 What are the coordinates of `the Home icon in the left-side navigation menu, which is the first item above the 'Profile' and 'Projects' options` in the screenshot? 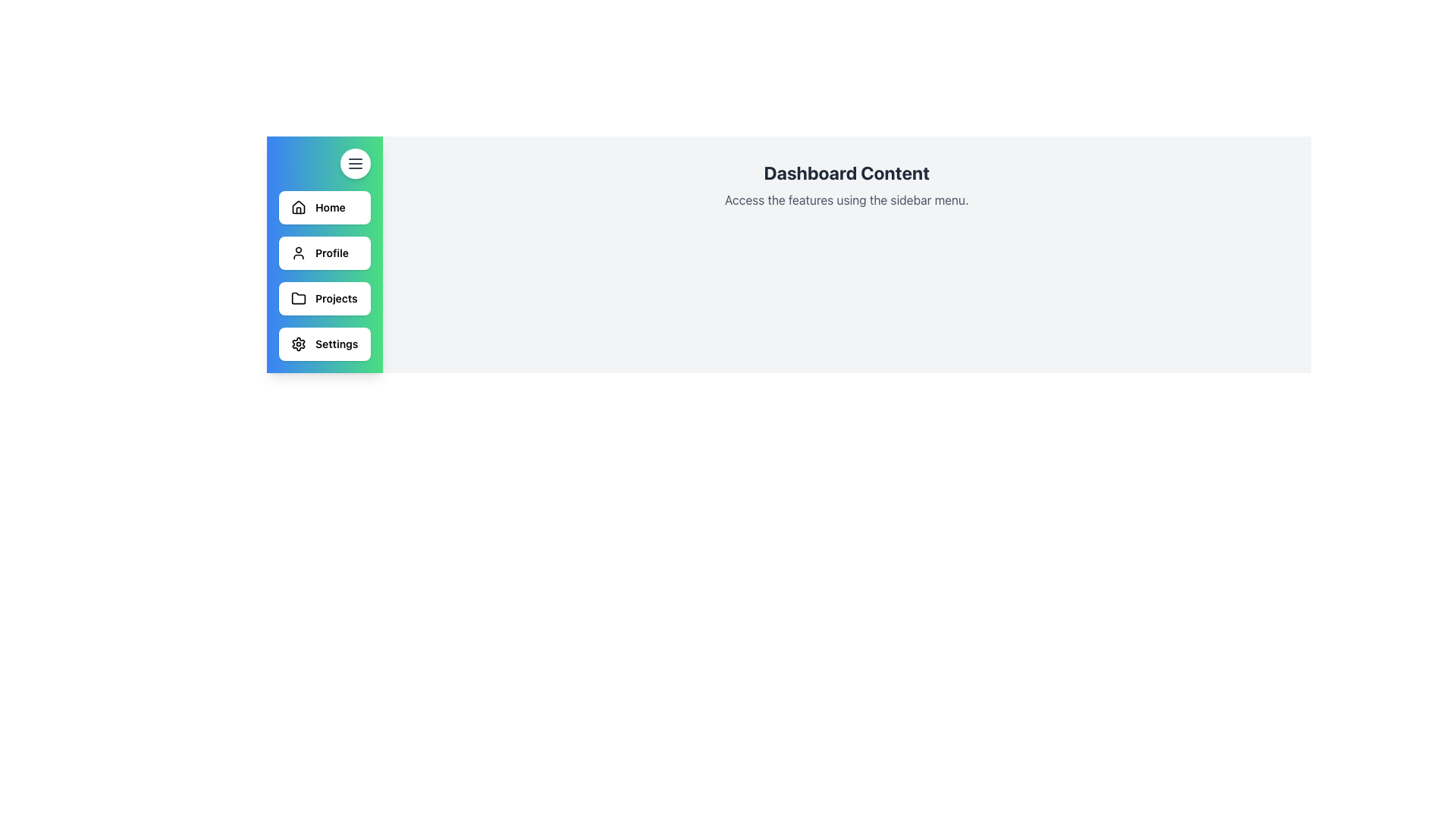 It's located at (298, 207).